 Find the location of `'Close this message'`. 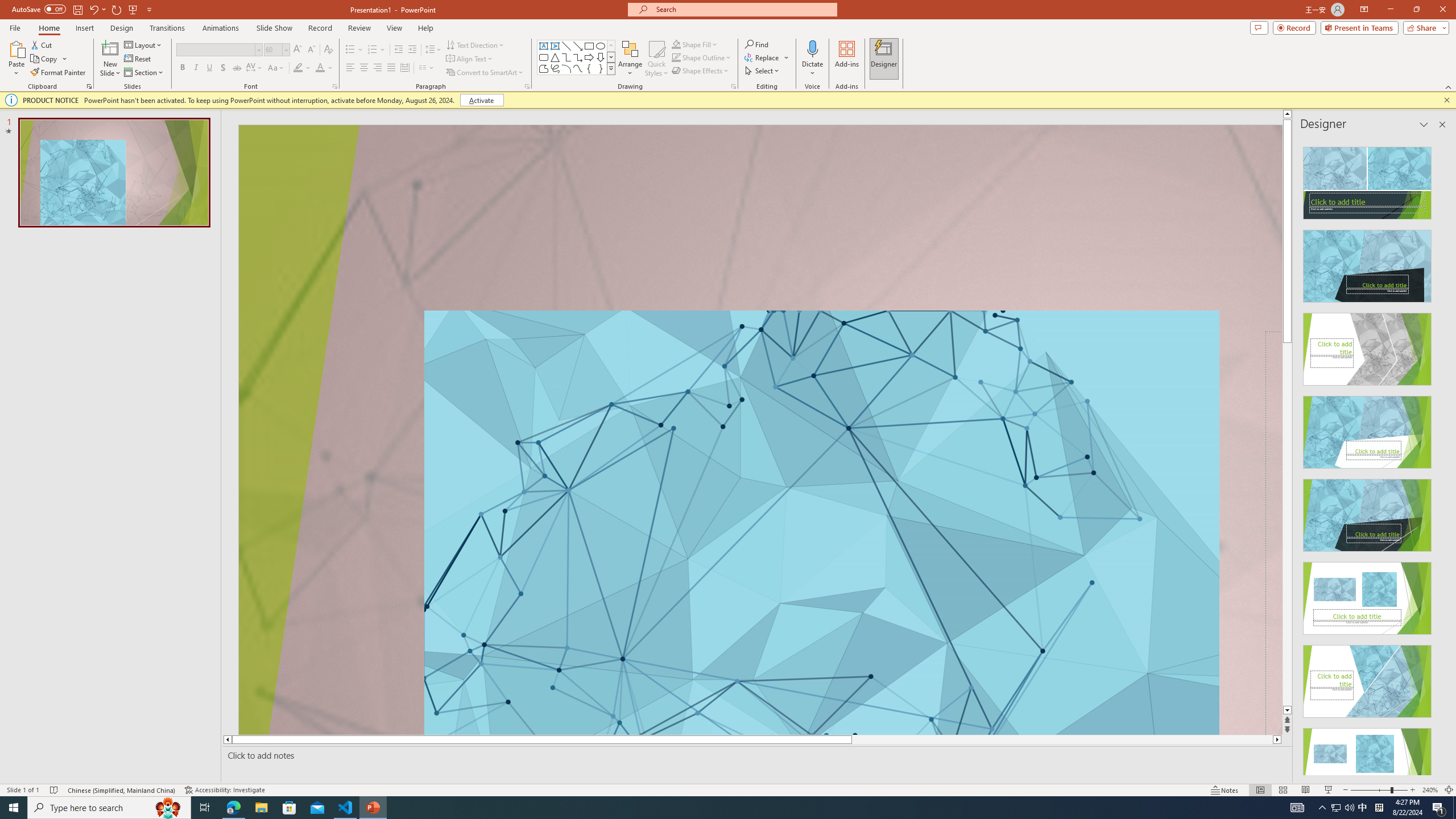

'Close this message' is located at coordinates (1446, 100).